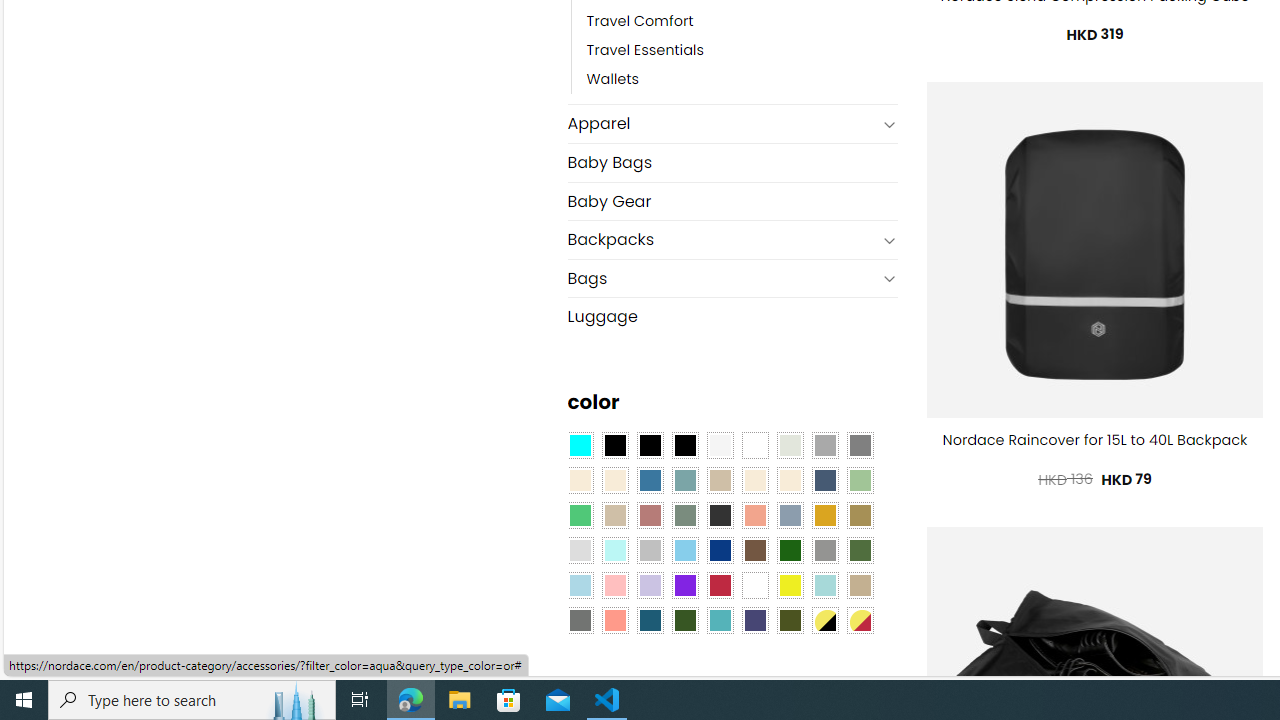 The height and width of the screenshot is (720, 1280). What do you see at coordinates (860, 480) in the screenshot?
I see `'Light Green'` at bounding box center [860, 480].